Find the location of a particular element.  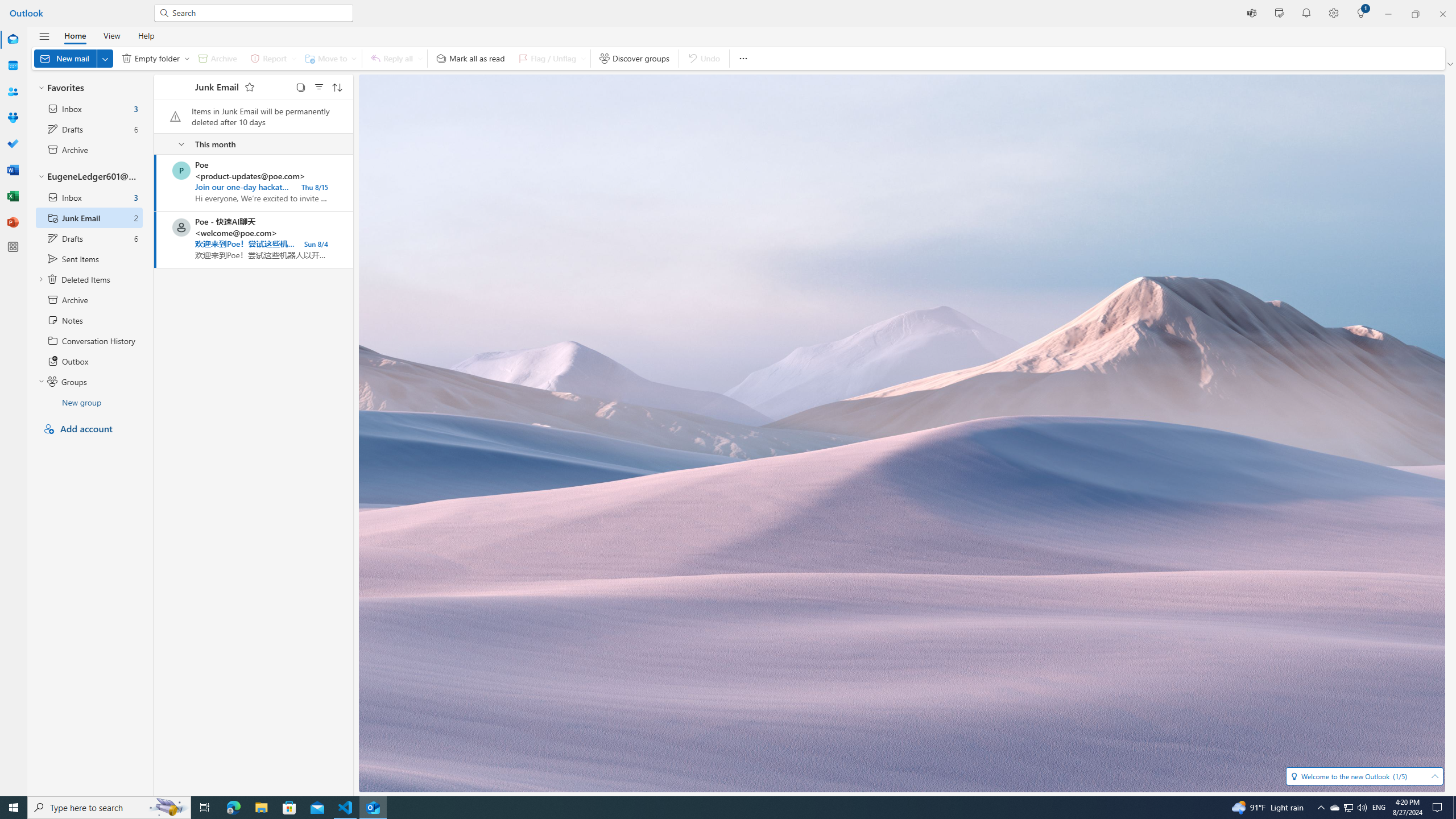

'Favorites' is located at coordinates (89, 87).